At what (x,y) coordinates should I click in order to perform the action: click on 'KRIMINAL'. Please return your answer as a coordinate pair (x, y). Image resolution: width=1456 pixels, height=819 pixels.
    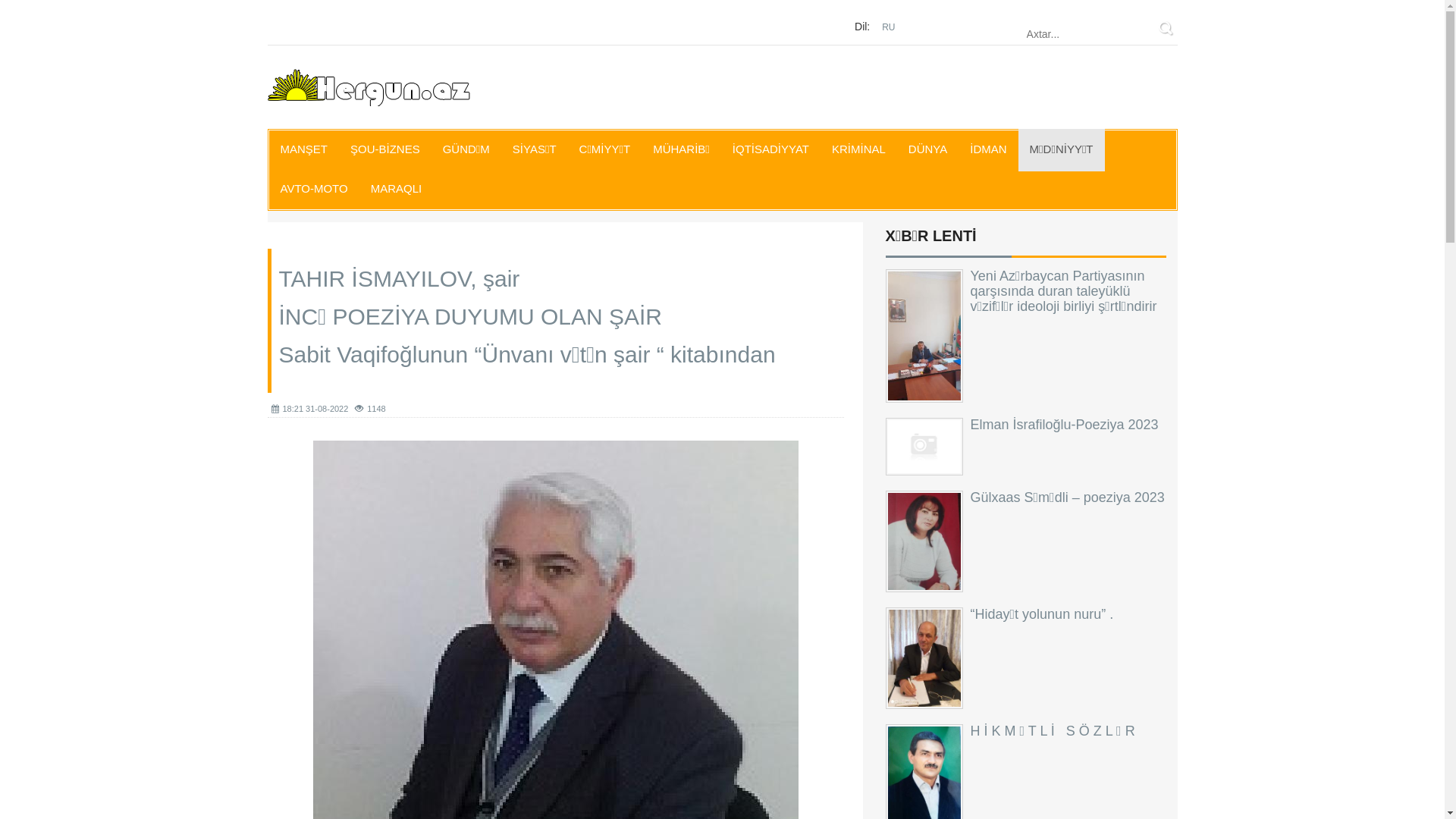
    Looking at the image, I should click on (819, 149).